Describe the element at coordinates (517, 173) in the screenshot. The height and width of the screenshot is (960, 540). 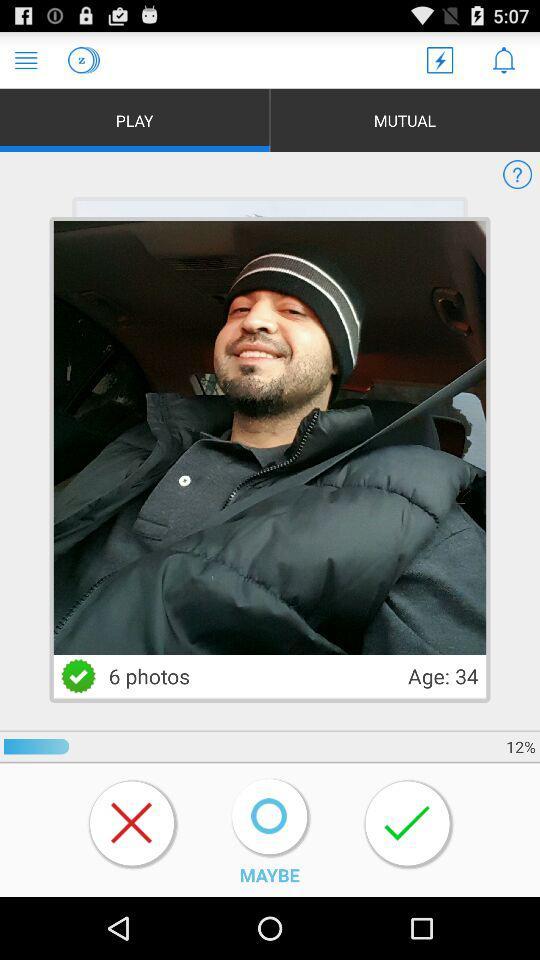
I see `help icon` at that location.